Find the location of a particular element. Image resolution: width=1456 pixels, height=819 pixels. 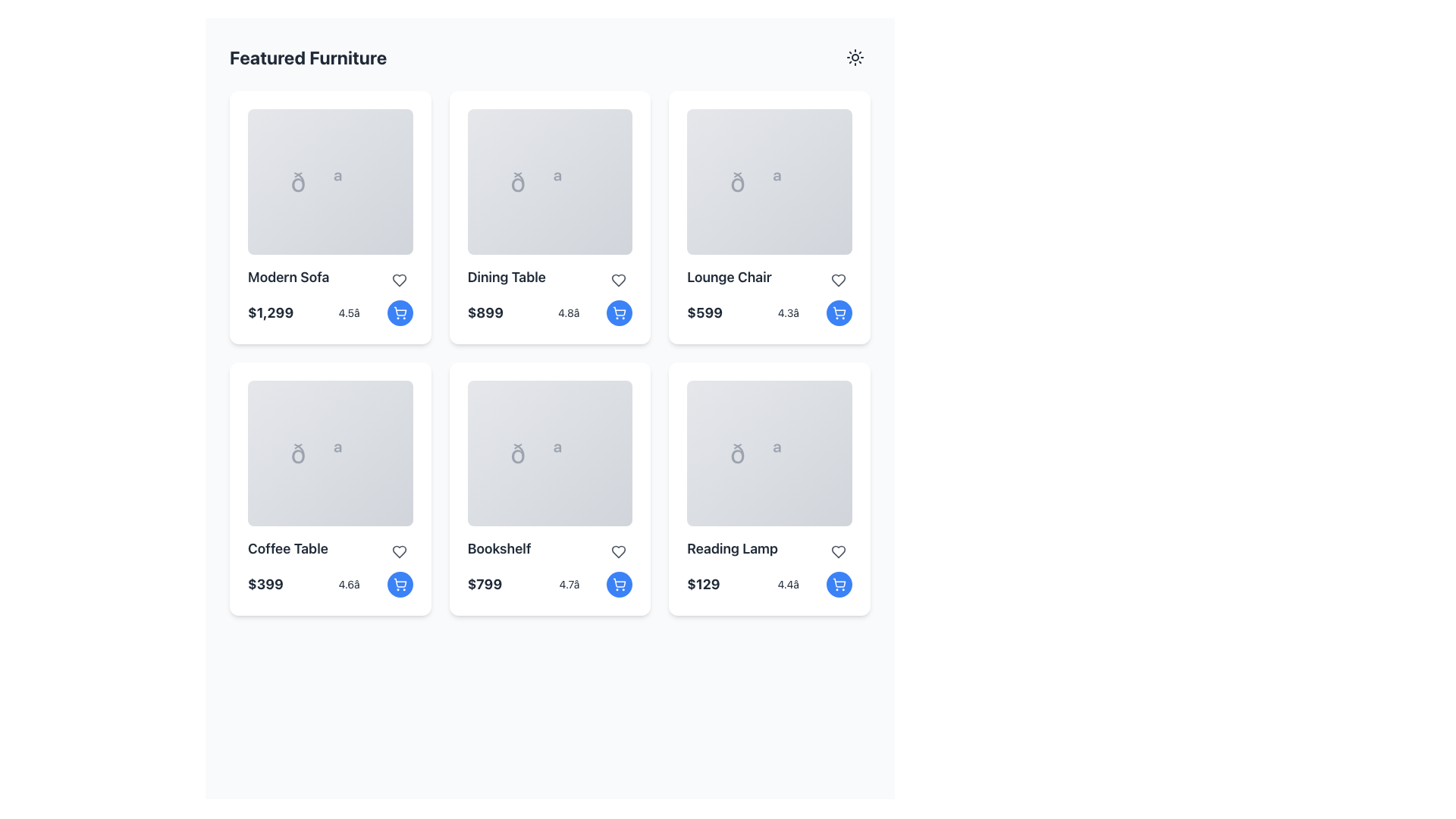

text displayed in the price label of the 'Reading Lamp' item card, located at the bottom-left corner of the card is located at coordinates (702, 584).